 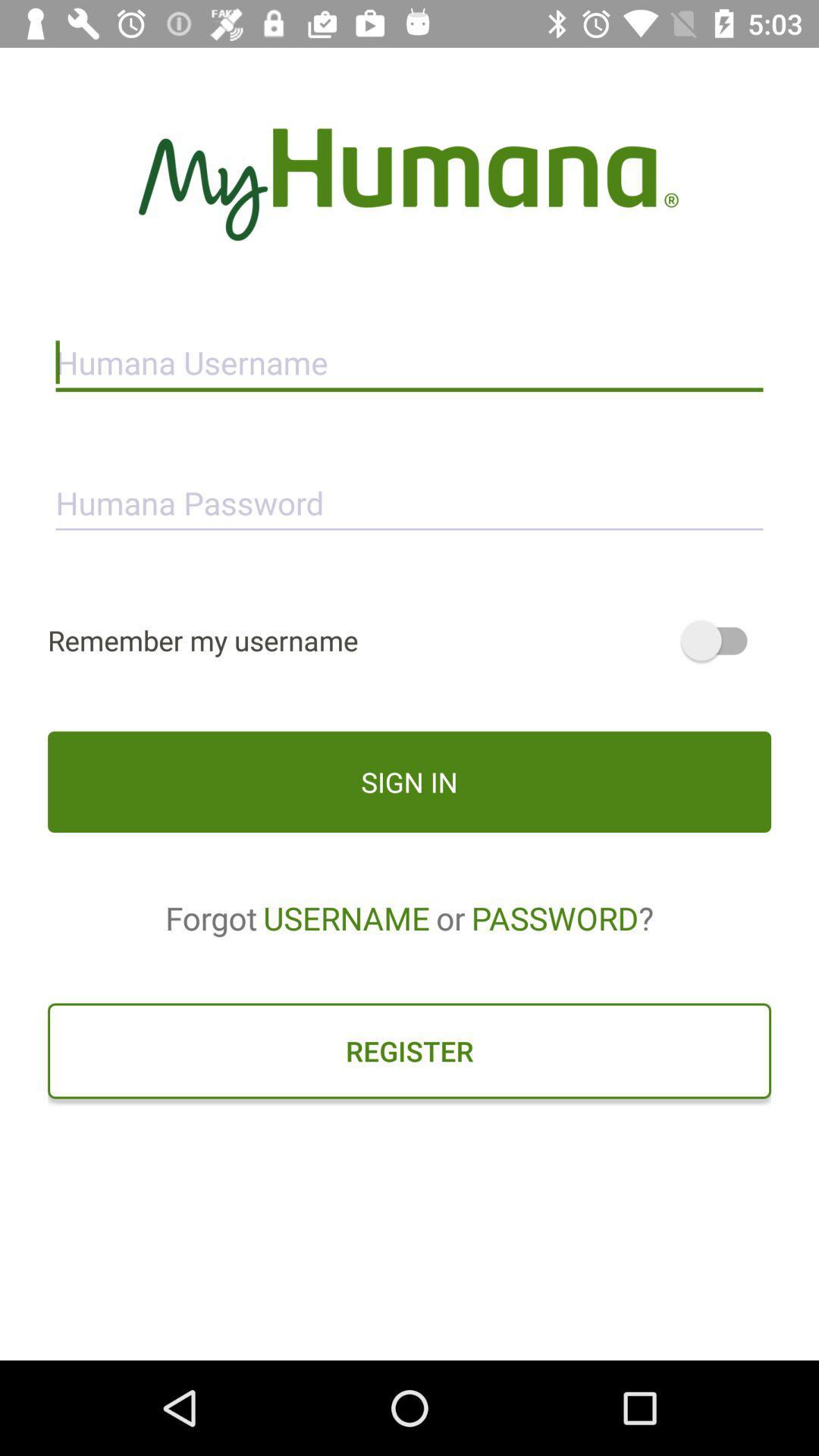 I want to click on remember my username icon, so click(x=409, y=640).